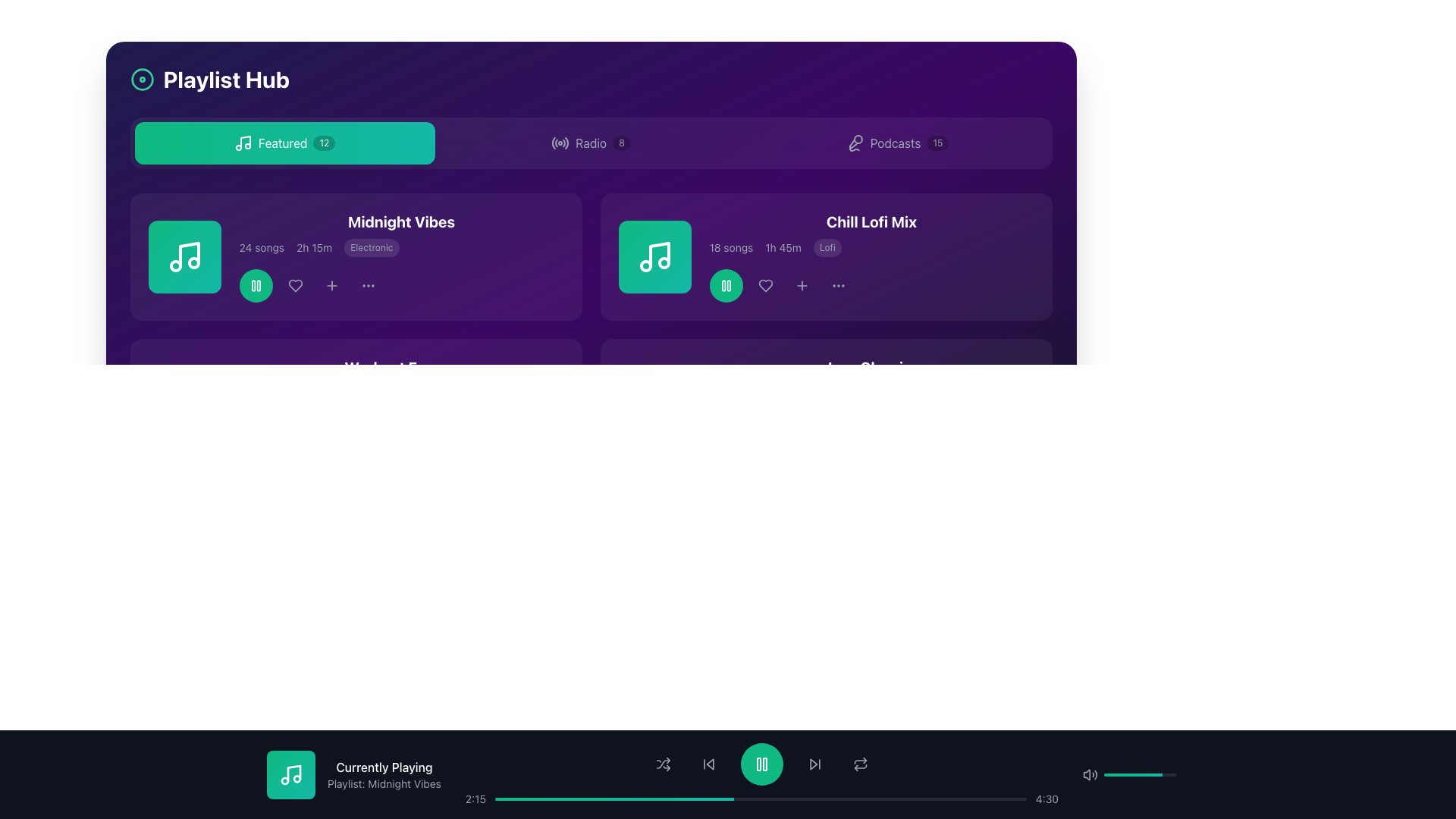 Image resolution: width=1456 pixels, height=819 pixels. Describe the element at coordinates (654, 256) in the screenshot. I see `the playlist icon located to the left of the 'Chill Lofi Mix' text` at that location.